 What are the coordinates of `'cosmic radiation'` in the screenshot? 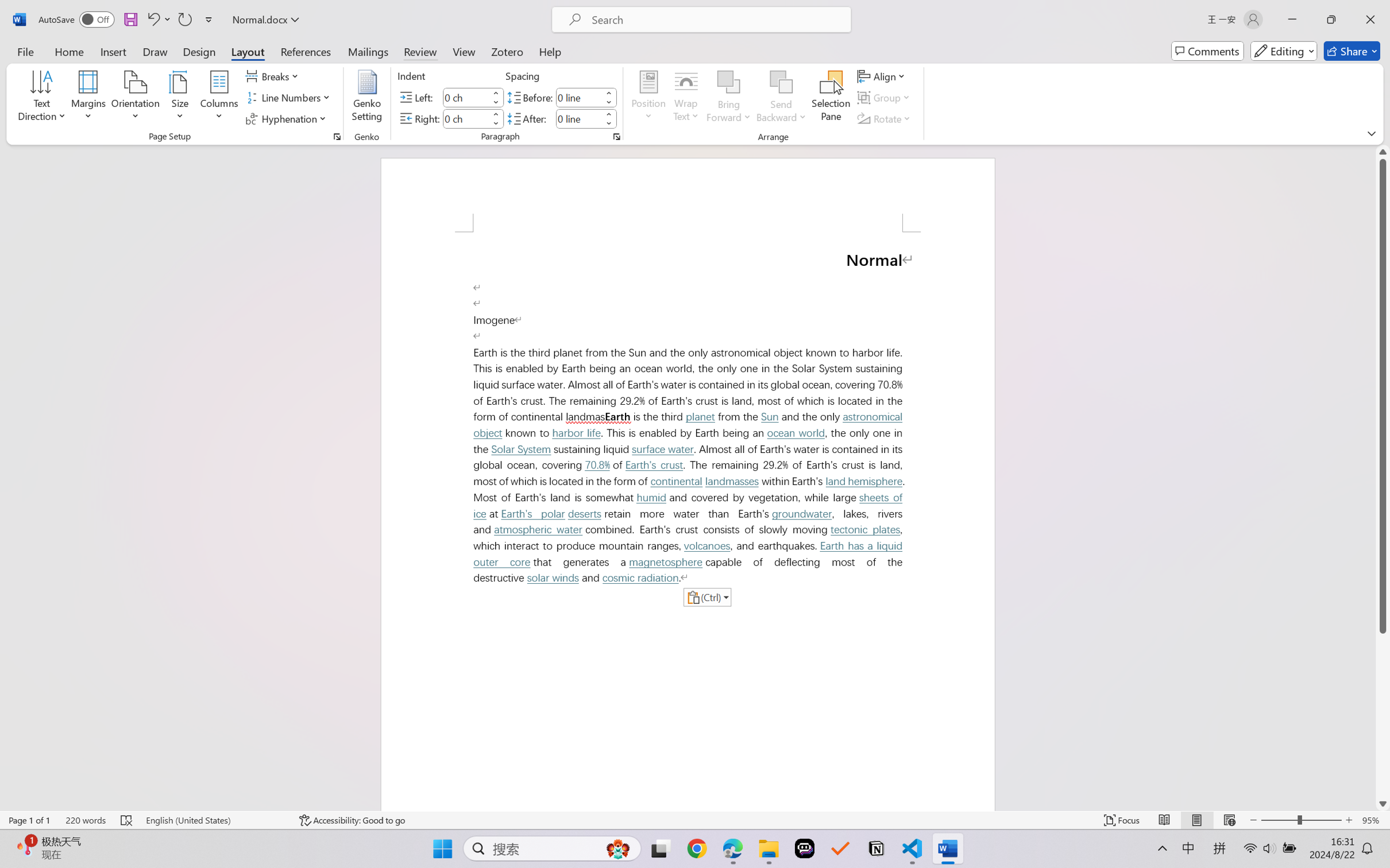 It's located at (640, 578).